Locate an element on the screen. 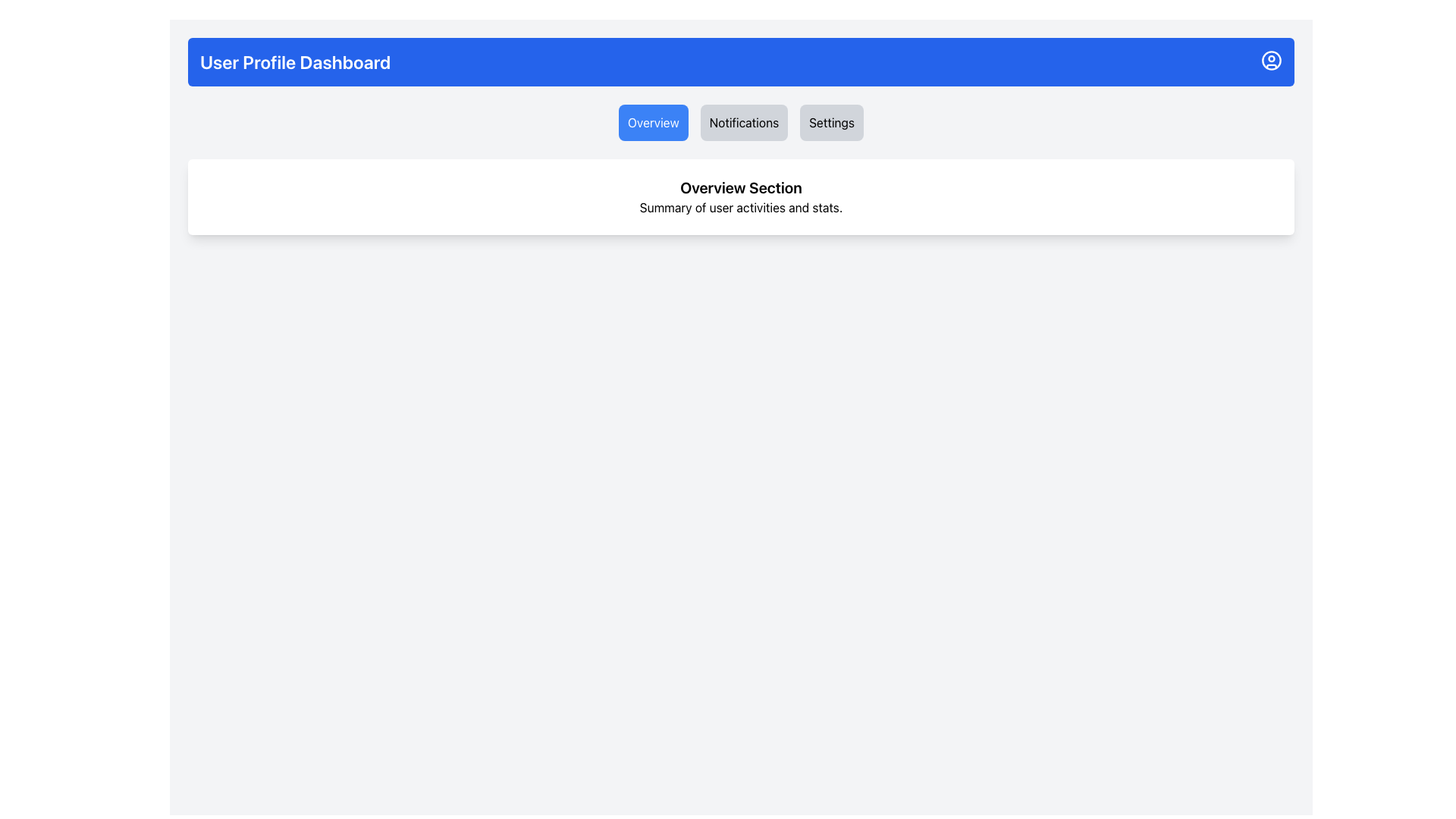 Image resolution: width=1456 pixels, height=819 pixels. the circular graphical icon component located at the top-right corner of the header bar by moving the cursor to its center is located at coordinates (1271, 60).